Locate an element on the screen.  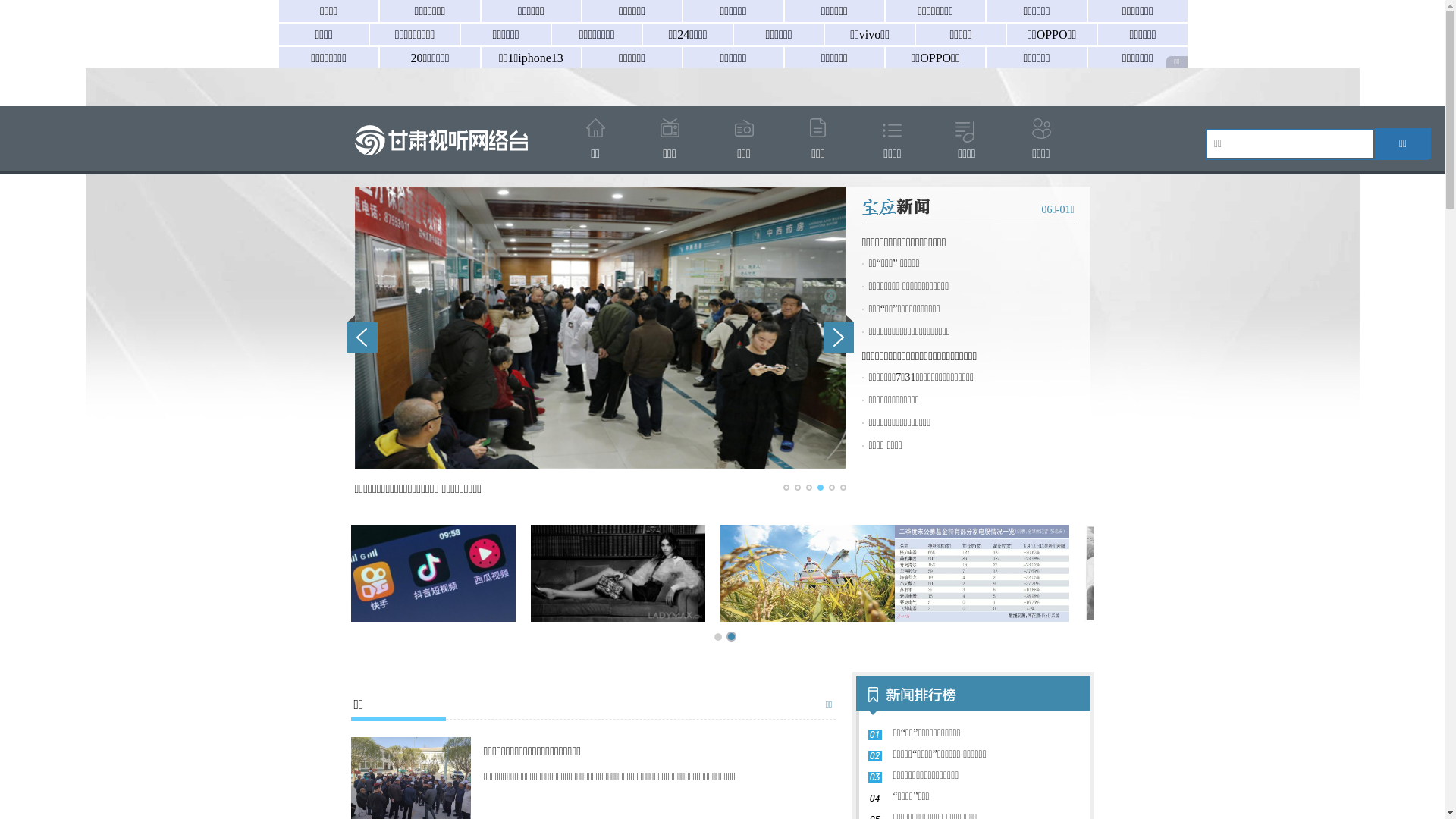
'2' is located at coordinates (796, 488).